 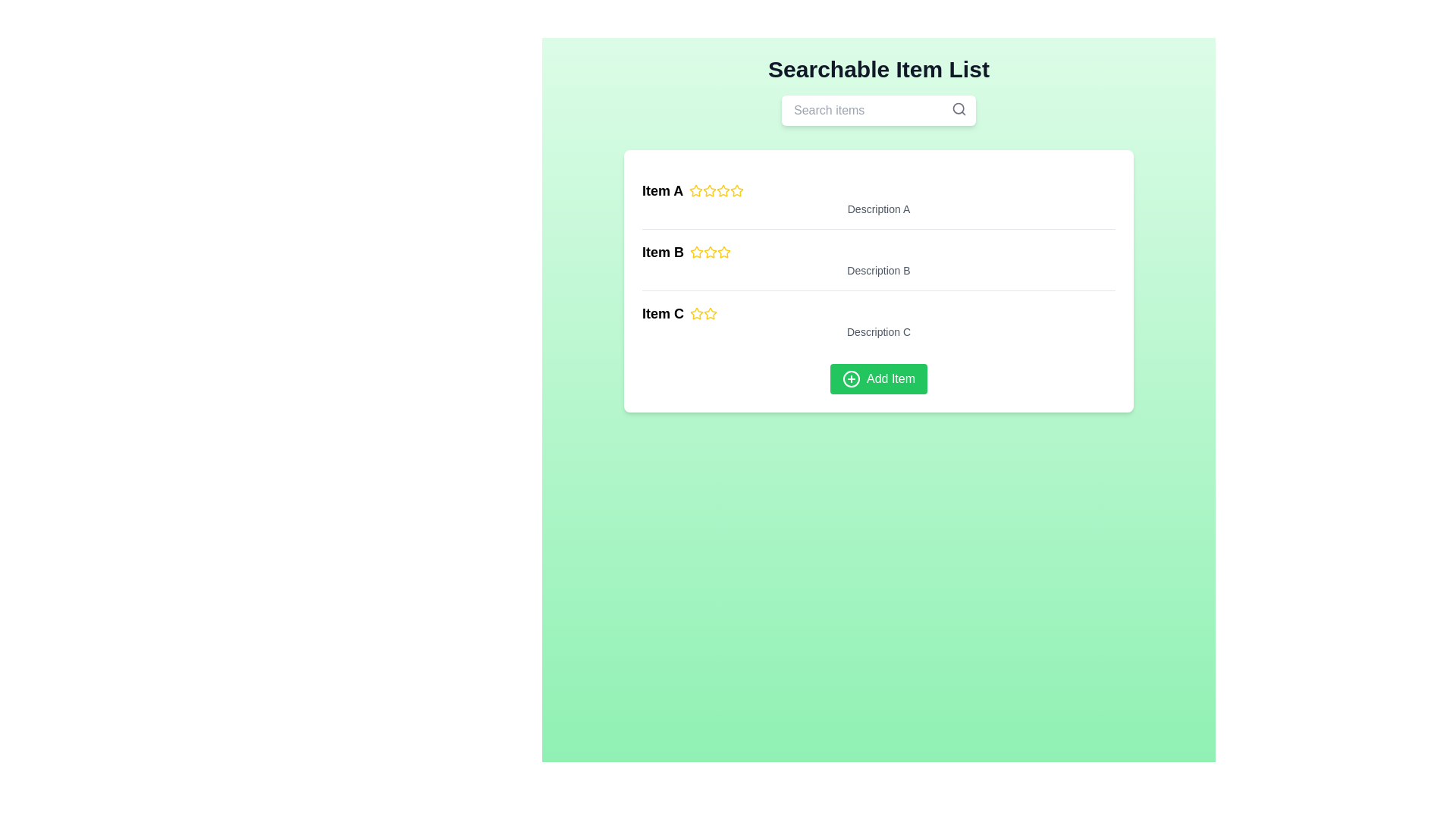 What do you see at coordinates (878, 270) in the screenshot?
I see `the static text label providing additional details about 'Item B', positioned below its heading and rating section in the vertically structured list` at bounding box center [878, 270].